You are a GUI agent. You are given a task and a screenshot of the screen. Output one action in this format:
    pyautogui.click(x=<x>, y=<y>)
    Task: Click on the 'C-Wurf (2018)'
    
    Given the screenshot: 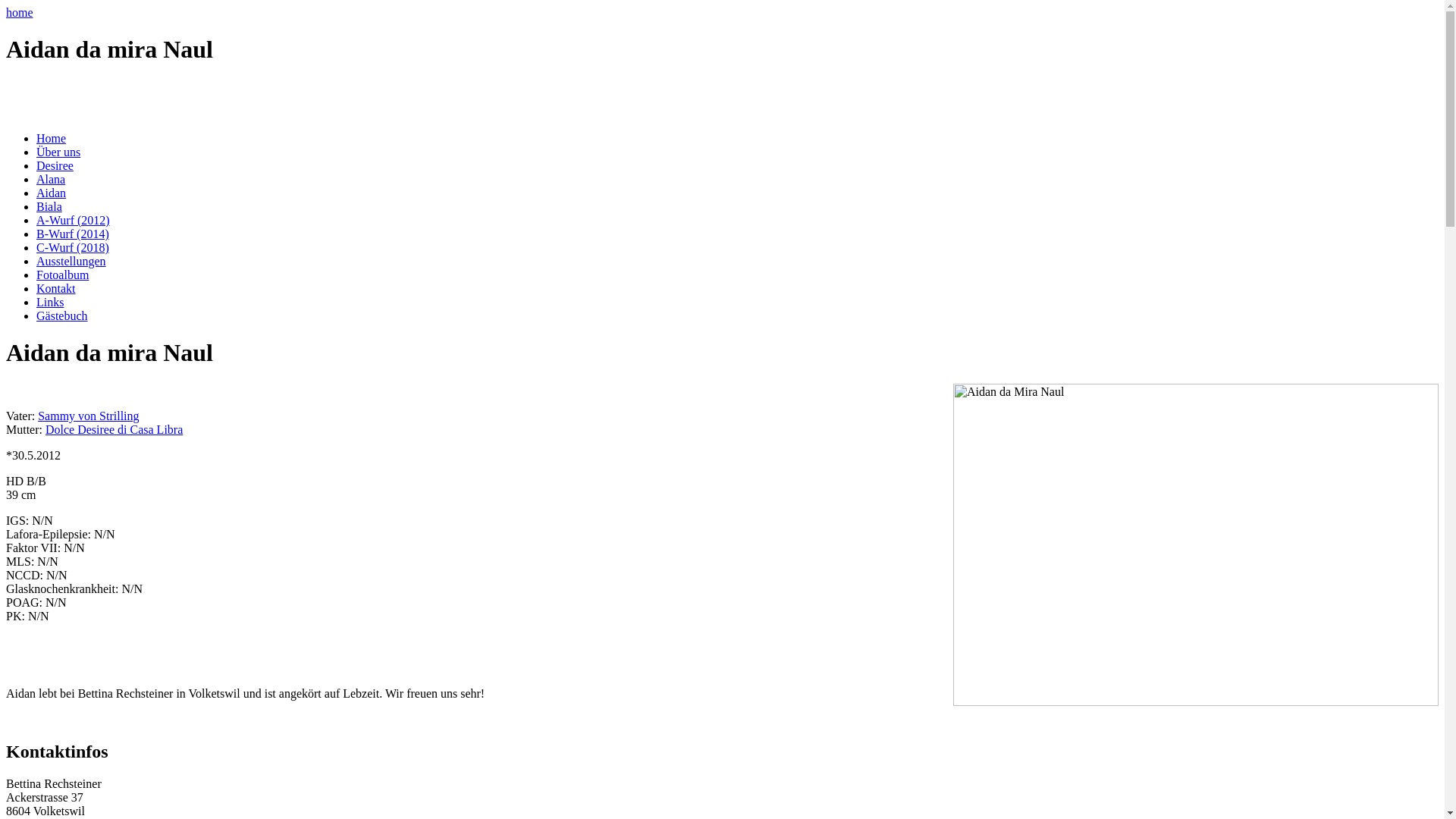 What is the action you would take?
    pyautogui.click(x=72, y=246)
    